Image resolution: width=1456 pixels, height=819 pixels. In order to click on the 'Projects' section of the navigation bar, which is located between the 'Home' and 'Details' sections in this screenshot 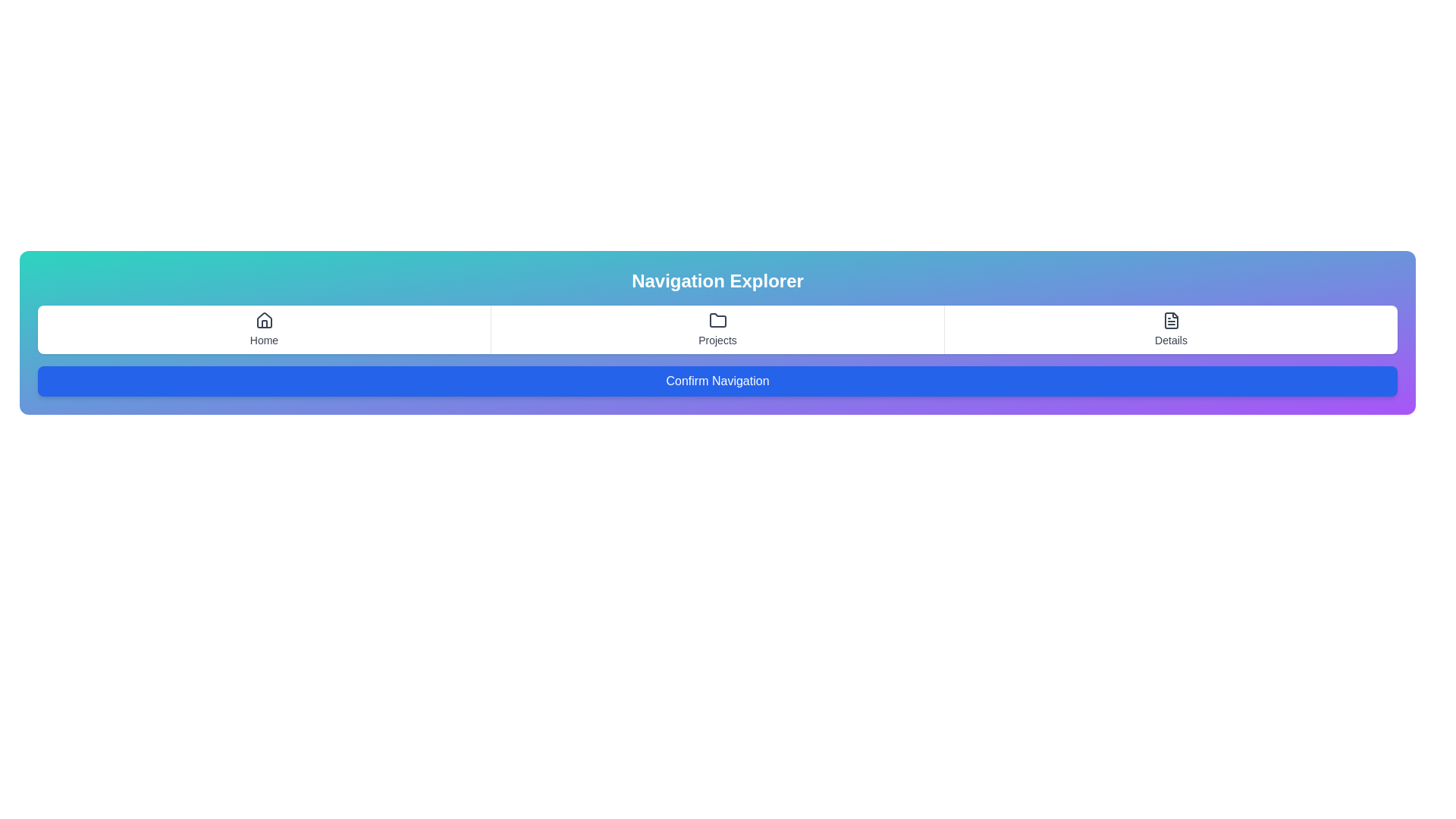, I will do `click(716, 329)`.